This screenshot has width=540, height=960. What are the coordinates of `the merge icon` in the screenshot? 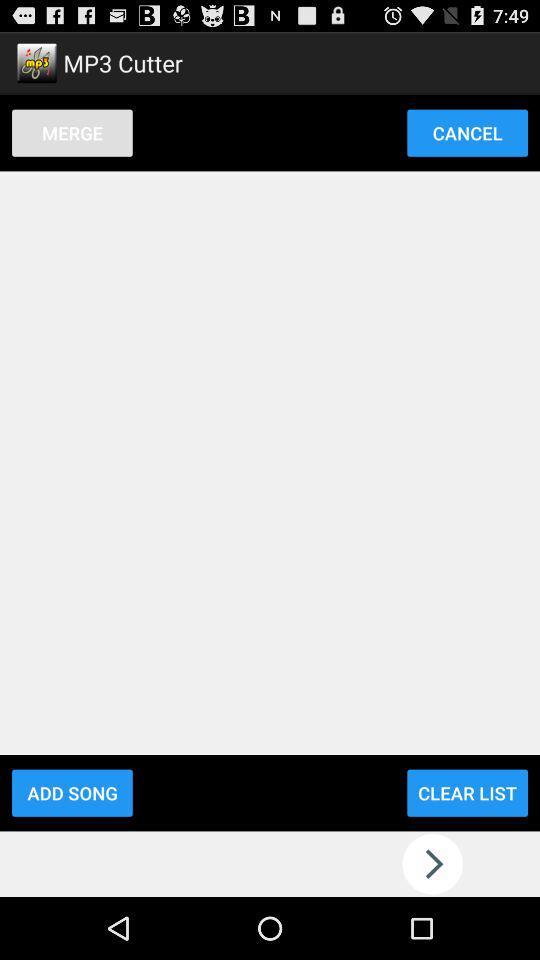 It's located at (71, 131).